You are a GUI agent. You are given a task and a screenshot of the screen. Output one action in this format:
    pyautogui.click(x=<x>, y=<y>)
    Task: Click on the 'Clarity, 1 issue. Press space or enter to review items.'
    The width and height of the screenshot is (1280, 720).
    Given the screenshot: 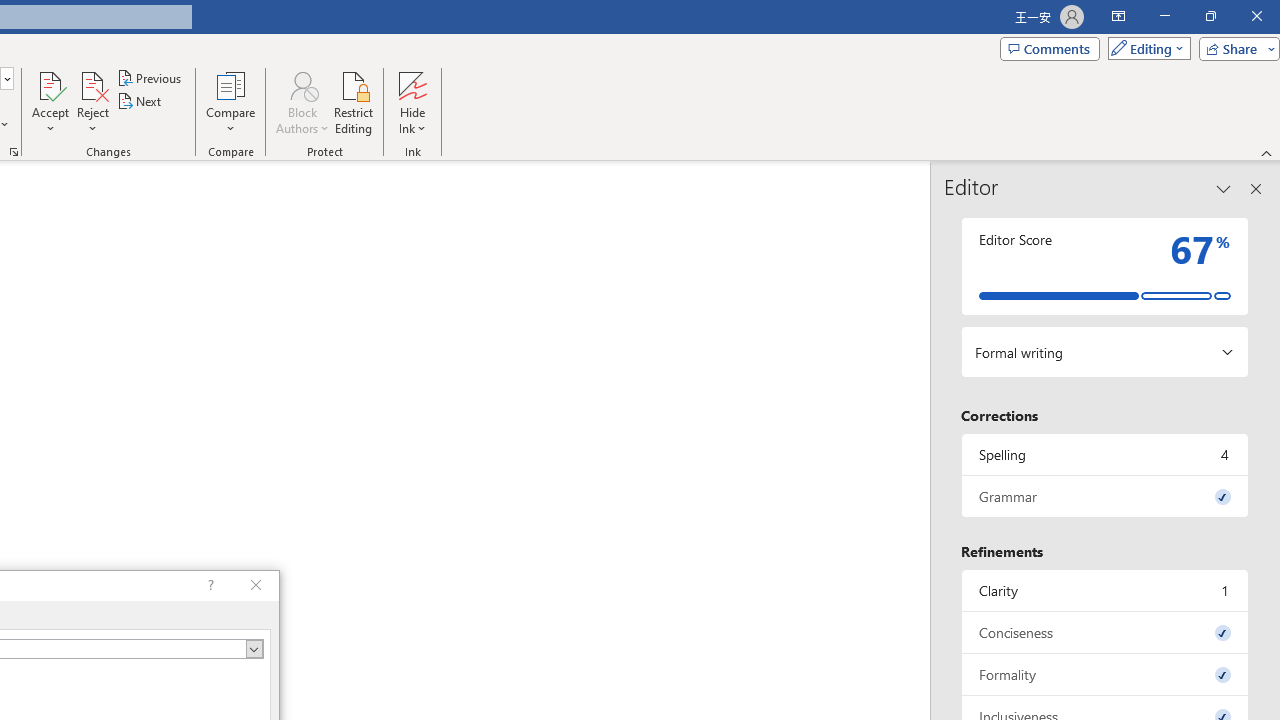 What is the action you would take?
    pyautogui.click(x=1104, y=589)
    